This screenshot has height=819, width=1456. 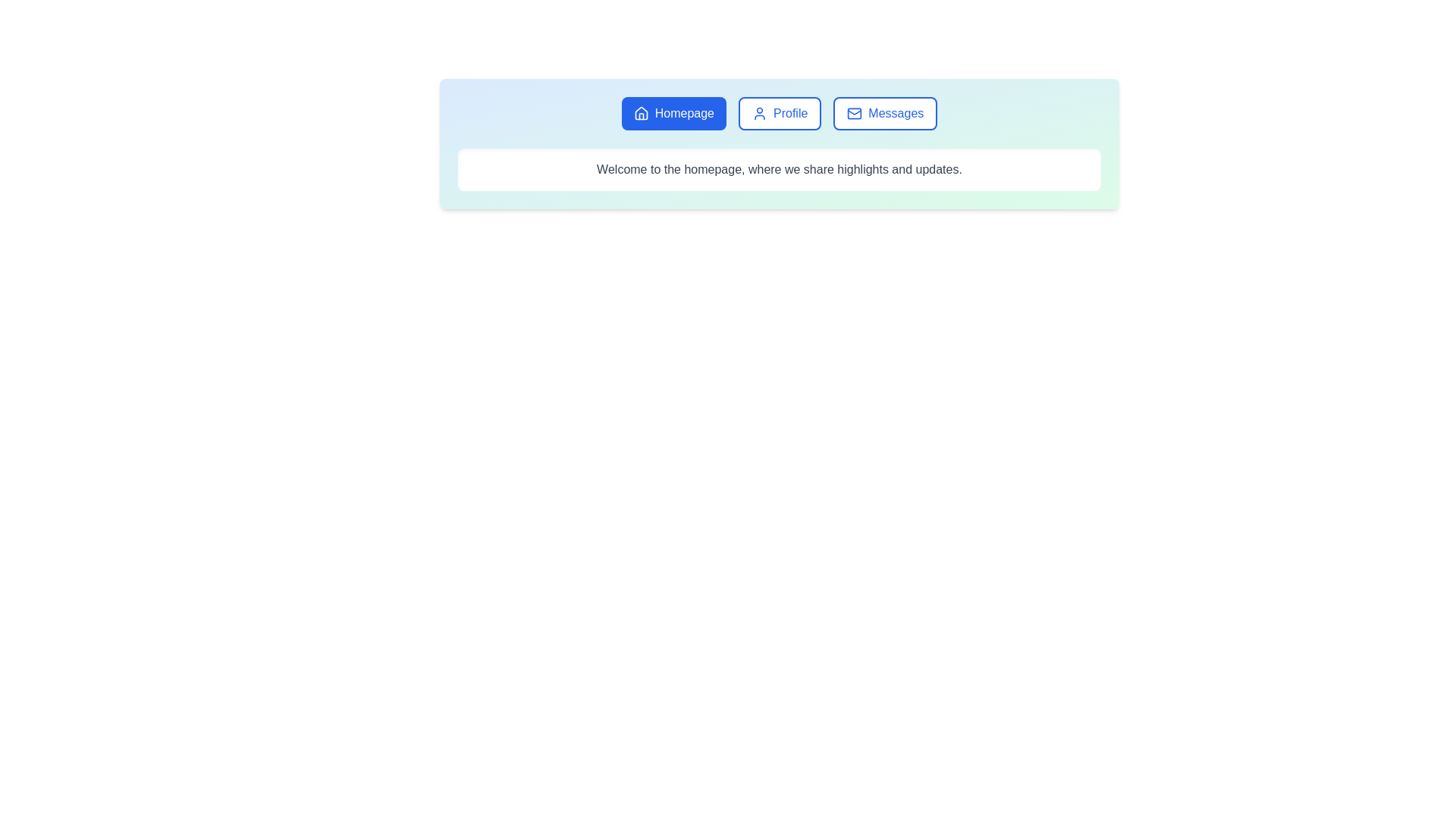 I want to click on the Homepage tab, so click(x=673, y=113).